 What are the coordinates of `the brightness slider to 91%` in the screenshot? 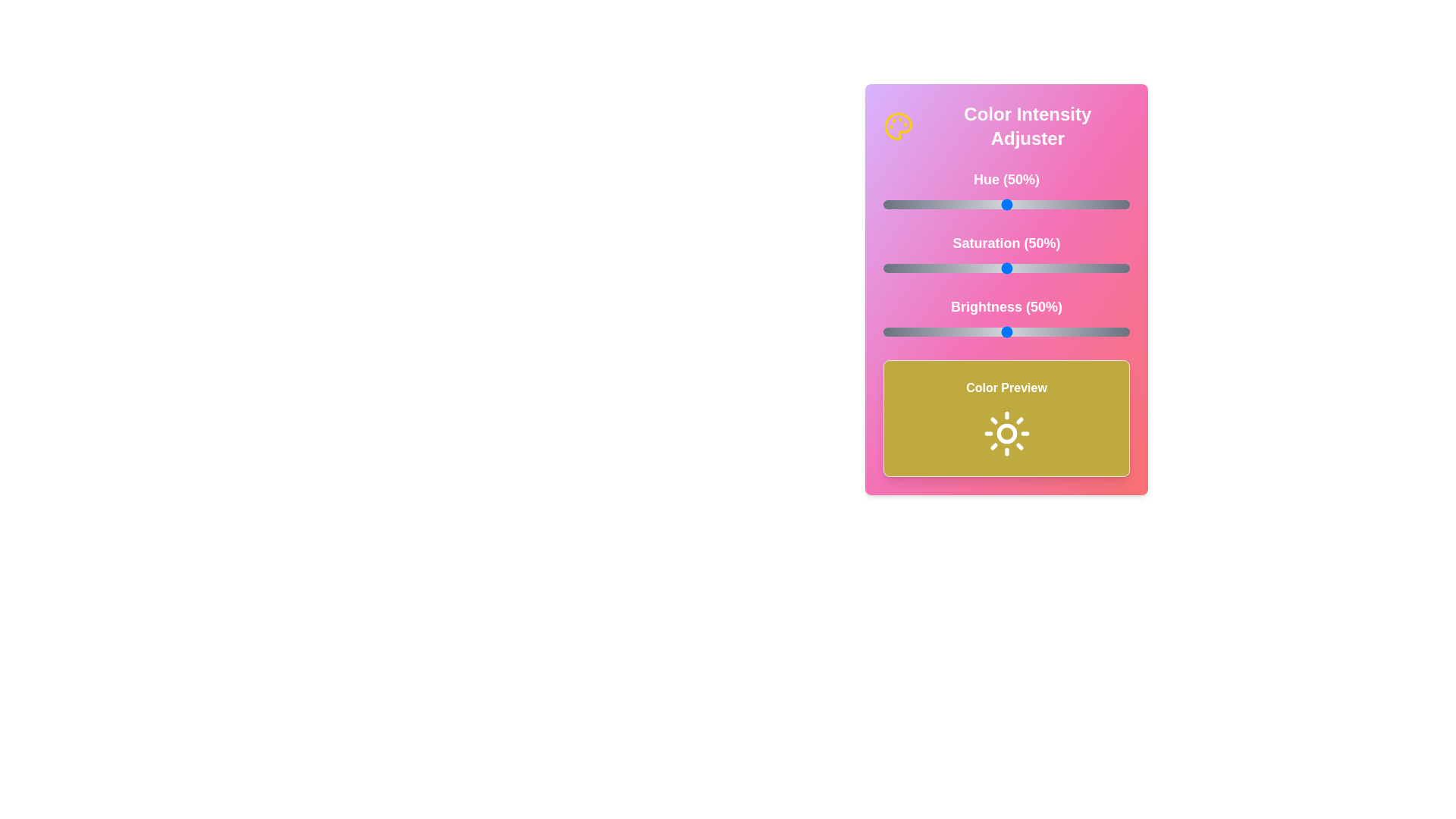 It's located at (1107, 331).